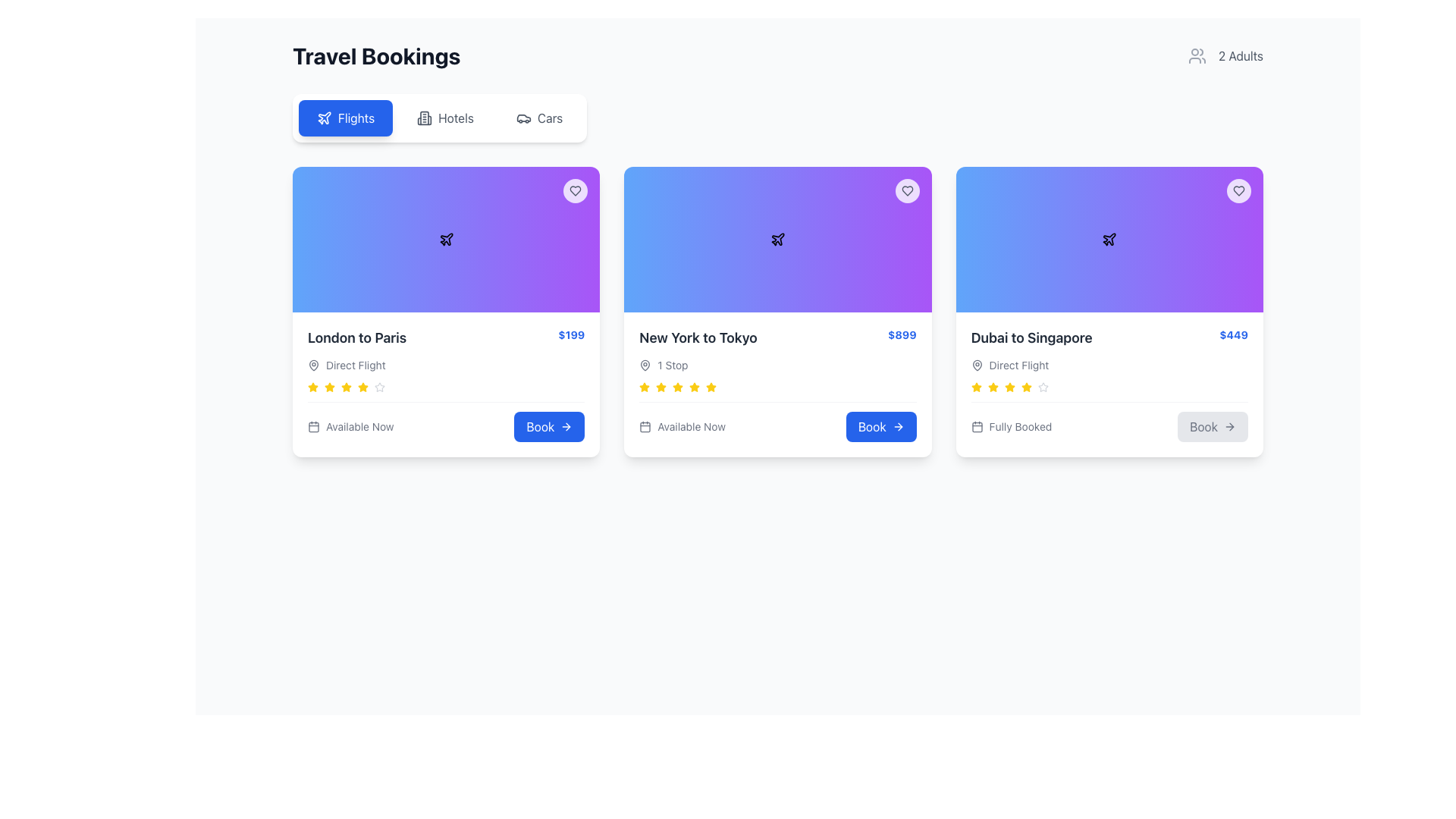 The image size is (1456, 819). I want to click on the fourth yellow star icon in the rating section of the 'New York to Tokyo' card to rate, so click(694, 386).